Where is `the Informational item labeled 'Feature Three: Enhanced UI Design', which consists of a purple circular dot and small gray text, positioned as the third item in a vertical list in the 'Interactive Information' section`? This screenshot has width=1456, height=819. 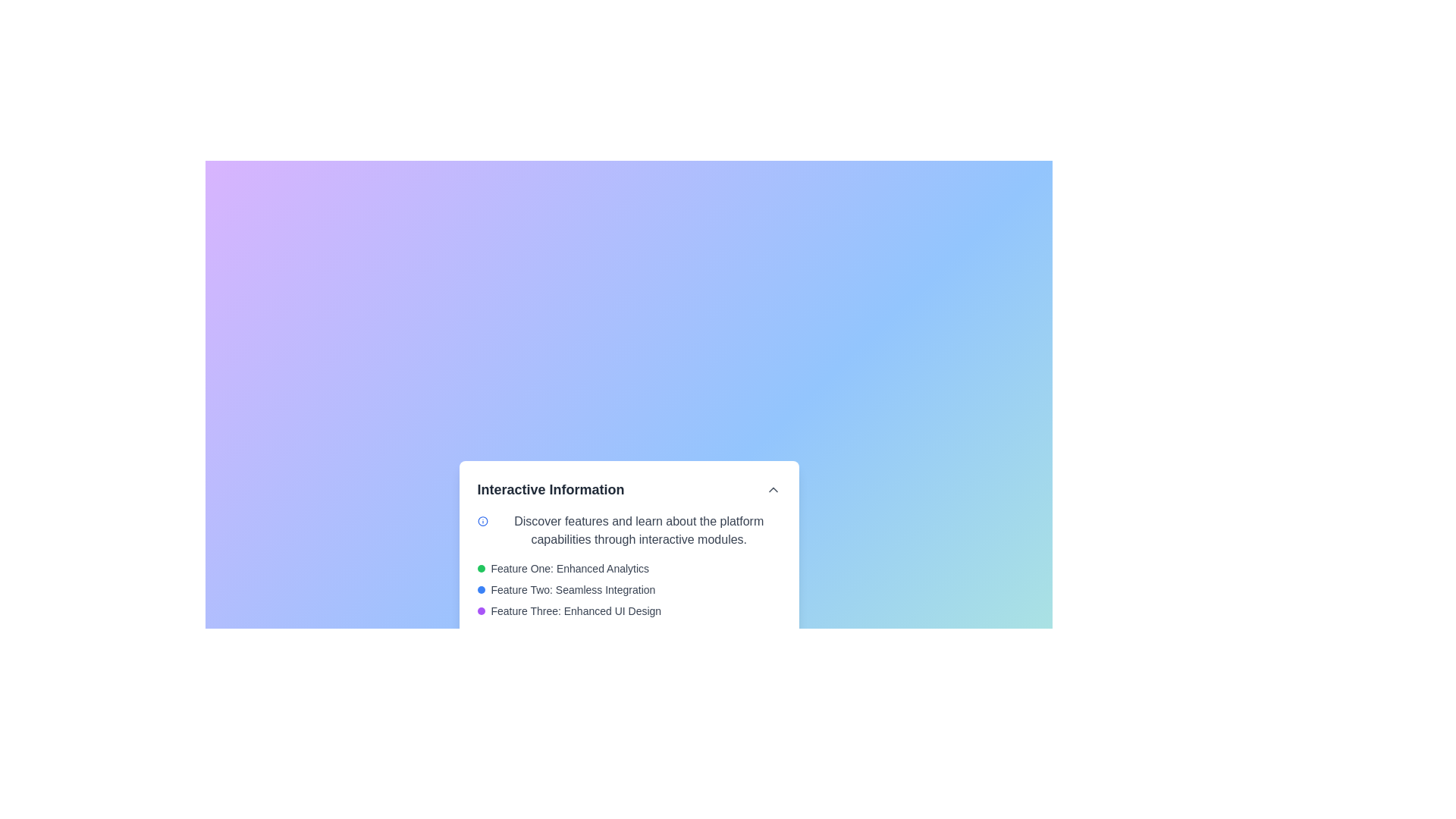 the Informational item labeled 'Feature Three: Enhanced UI Design', which consists of a purple circular dot and small gray text, positioned as the third item in a vertical list in the 'Interactive Information' section is located at coordinates (629, 610).